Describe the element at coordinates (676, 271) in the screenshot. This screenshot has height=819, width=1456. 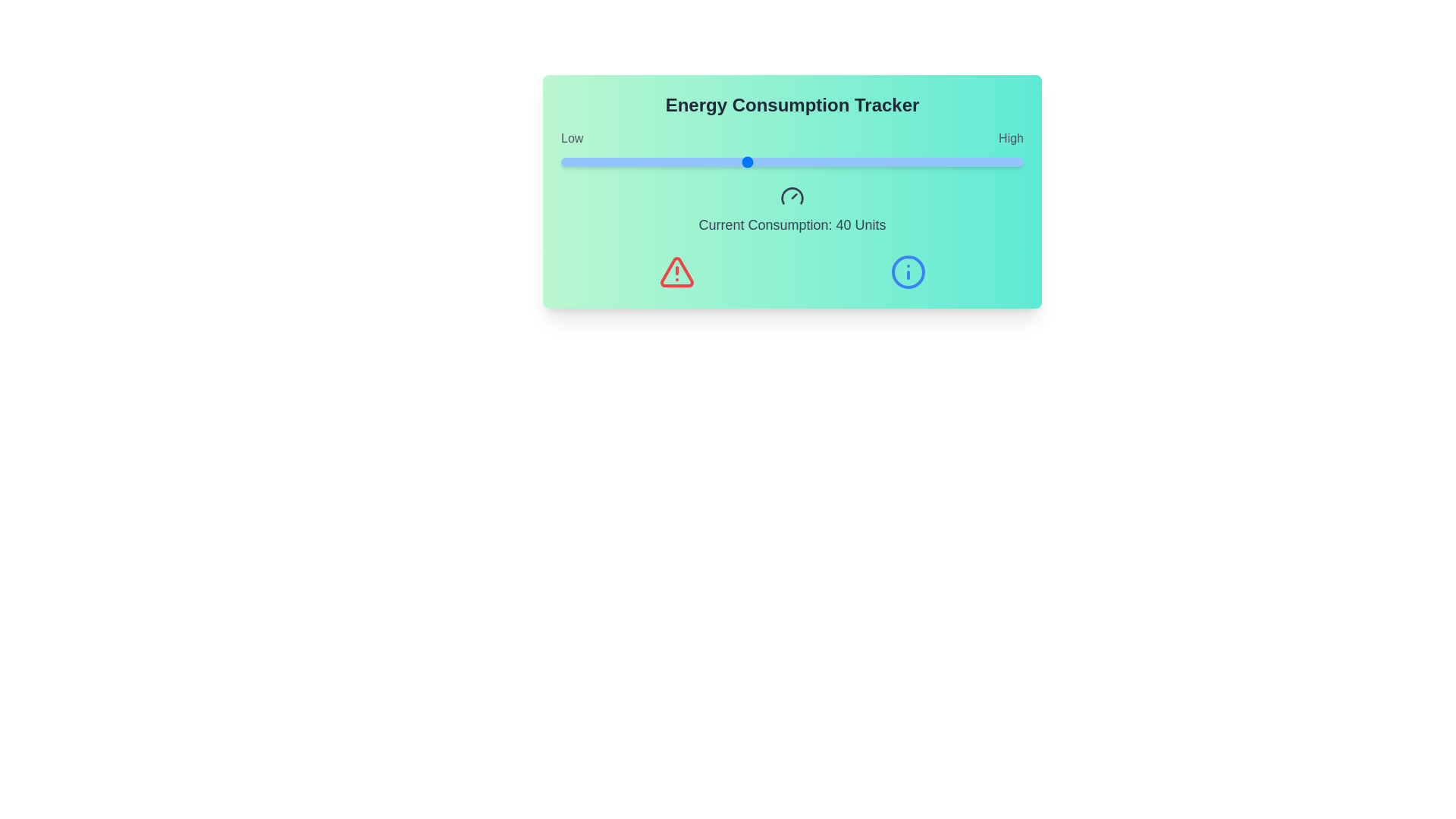
I see `the warning icon to display additional information` at that location.